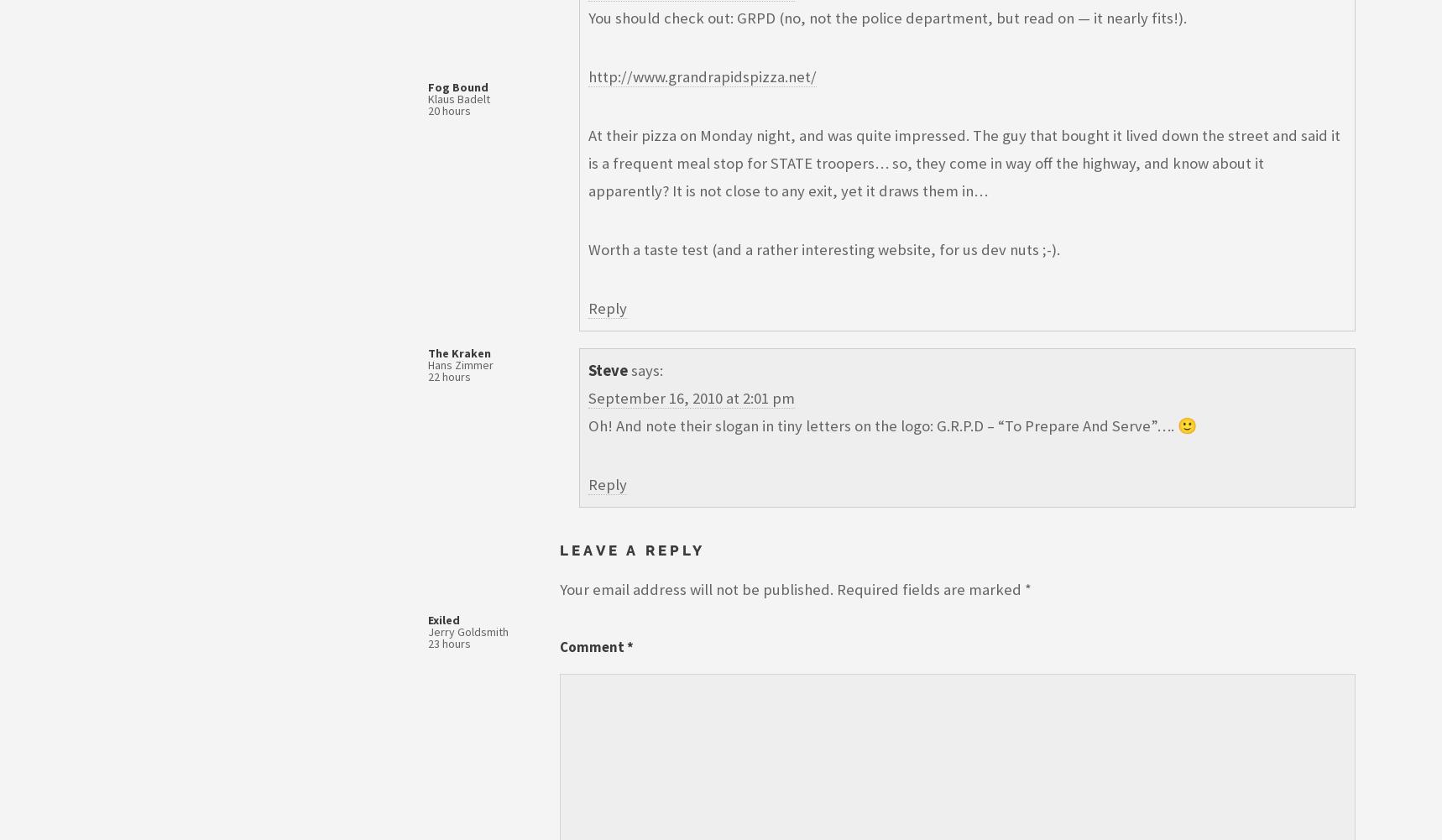 This screenshot has width=1442, height=840. I want to click on 'Comment', so click(592, 646).